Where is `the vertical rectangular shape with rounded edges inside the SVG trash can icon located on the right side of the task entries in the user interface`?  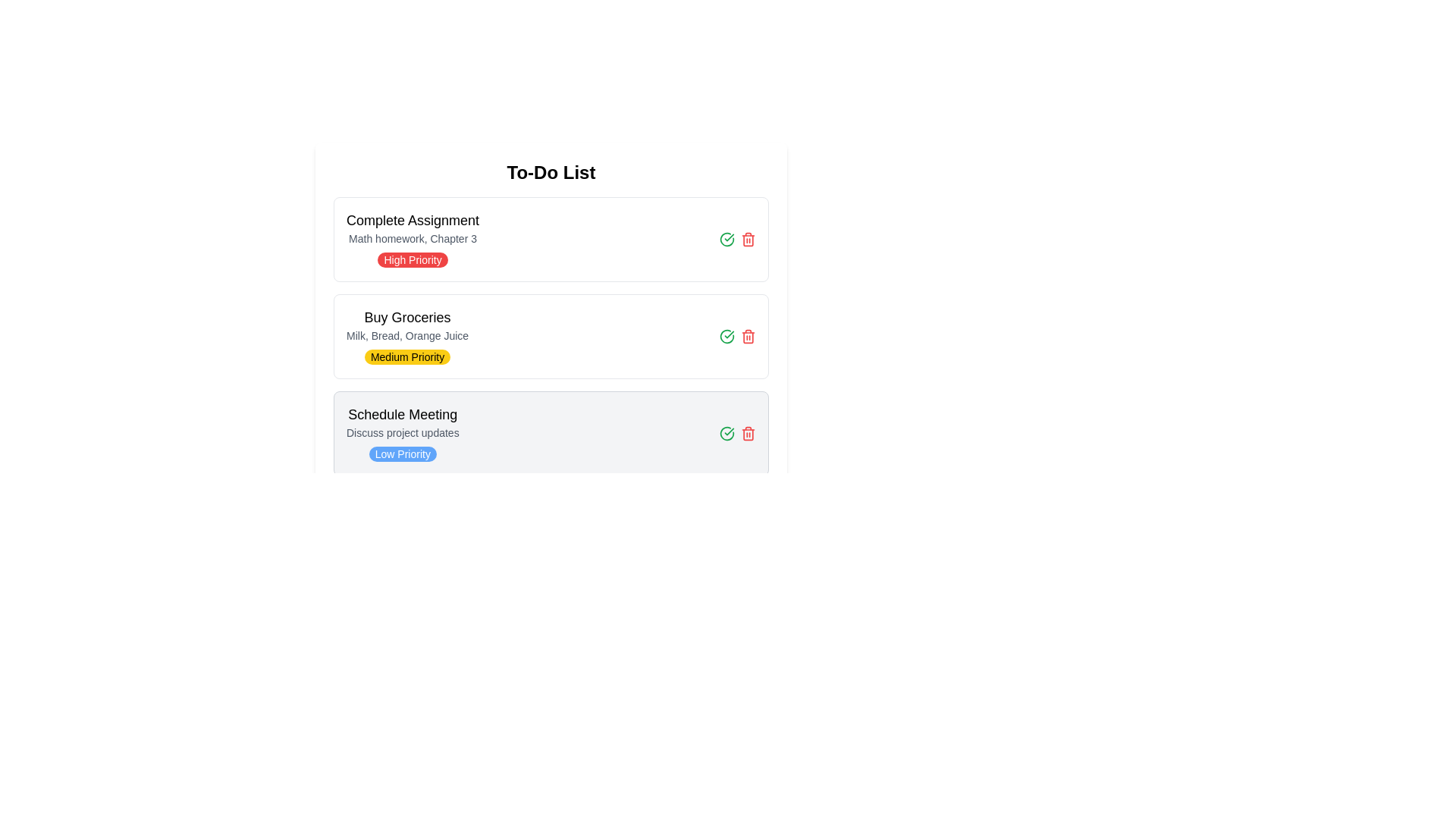
the vertical rectangular shape with rounded edges inside the SVG trash can icon located on the right side of the task entries in the user interface is located at coordinates (748, 435).